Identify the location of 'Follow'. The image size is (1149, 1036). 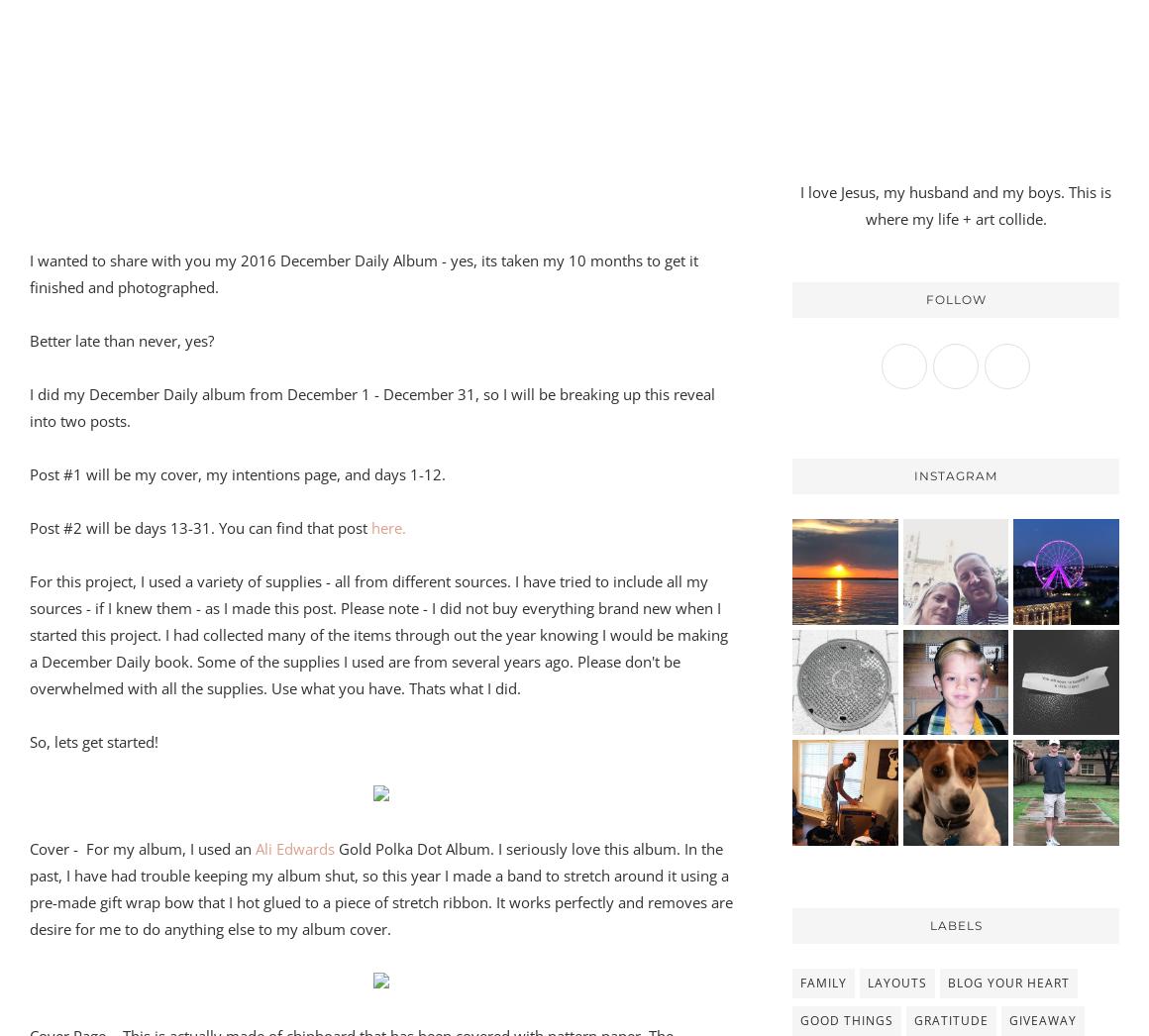
(925, 298).